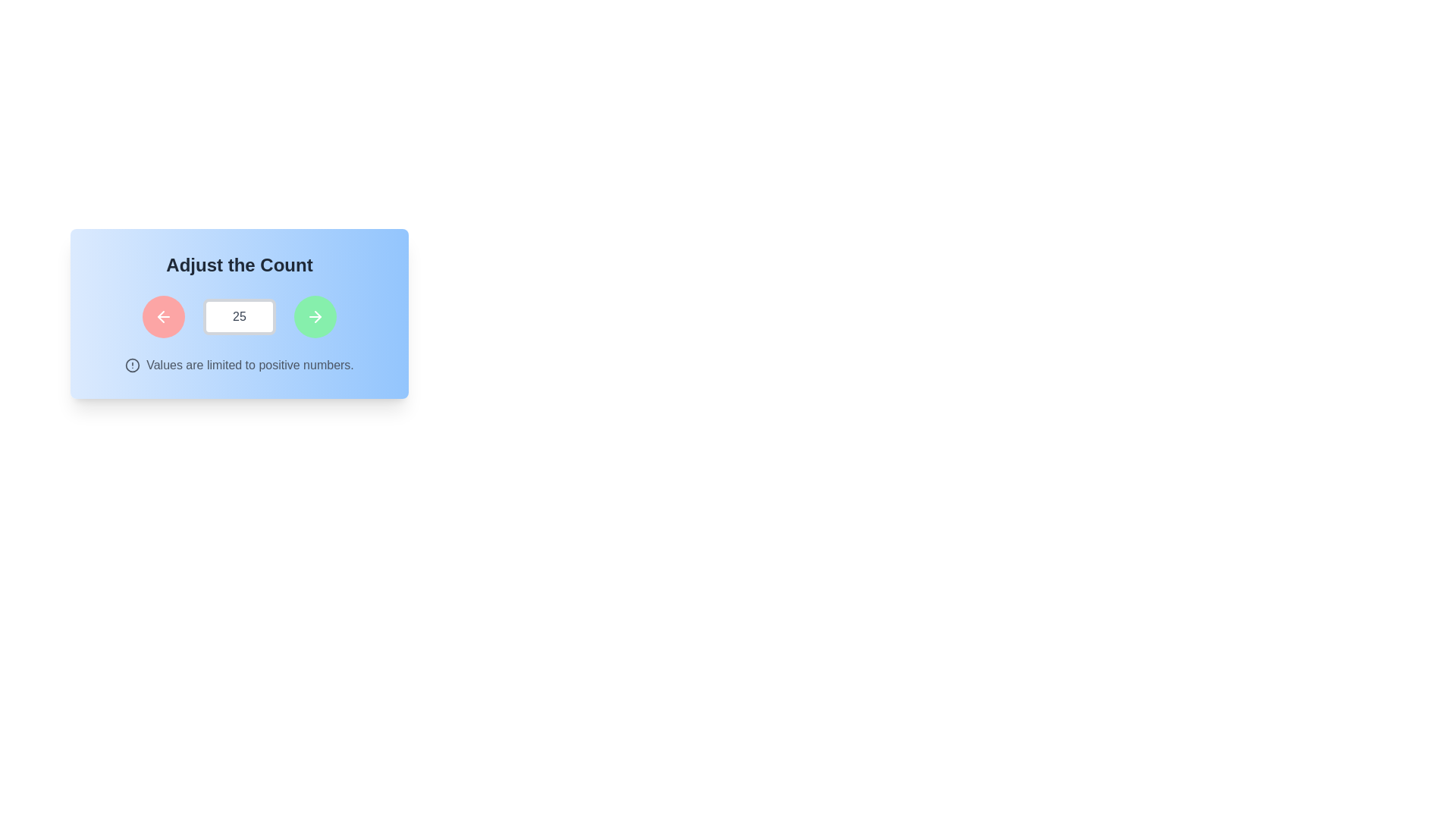 The height and width of the screenshot is (819, 1456). What do you see at coordinates (133, 366) in the screenshot?
I see `the circular component of the error icon located at the bottom left of the displayed modal` at bounding box center [133, 366].